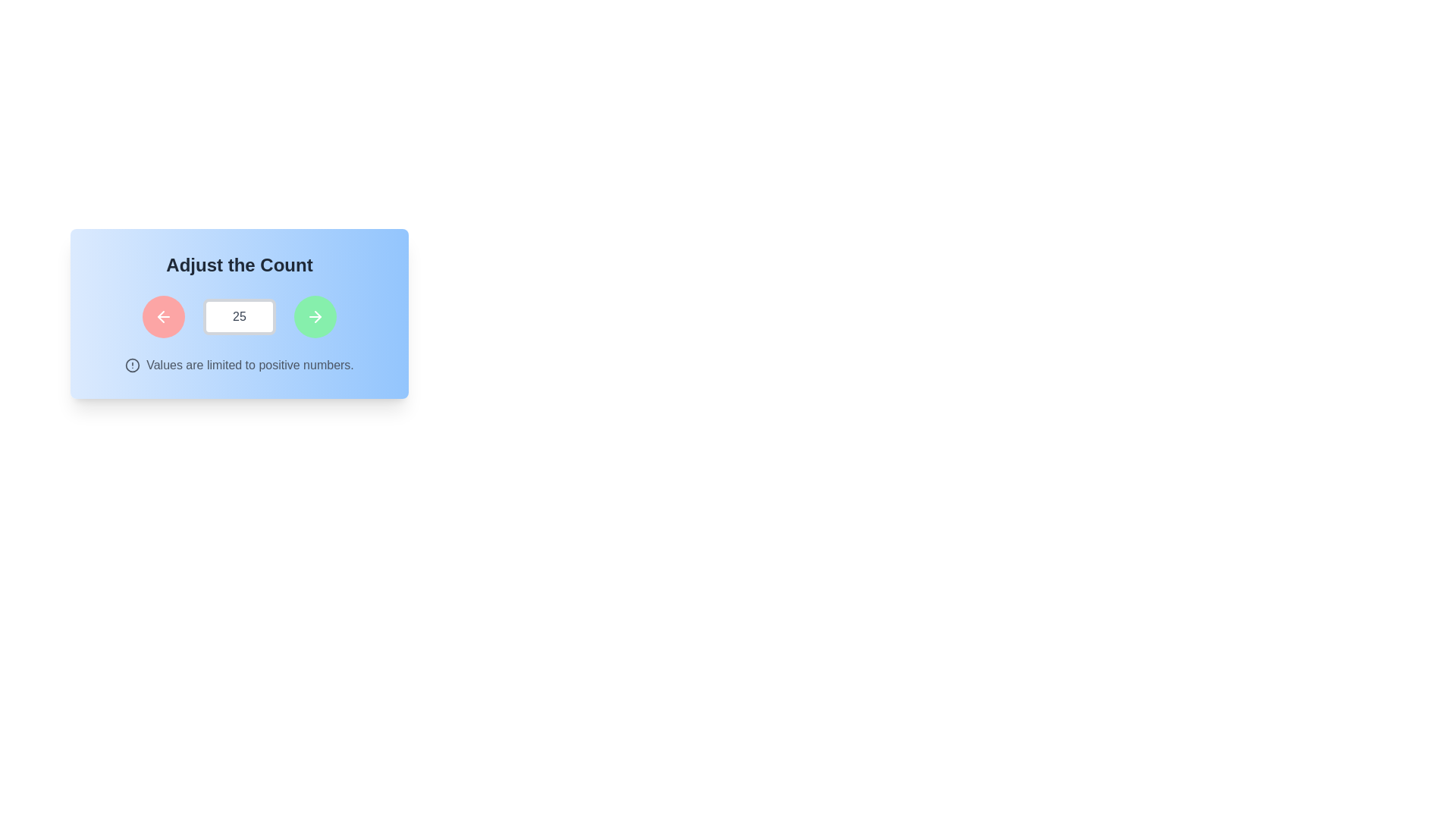 The height and width of the screenshot is (819, 1456). What do you see at coordinates (133, 366) in the screenshot?
I see `the circular component of the error icon located at the bottom left of the displayed modal` at bounding box center [133, 366].